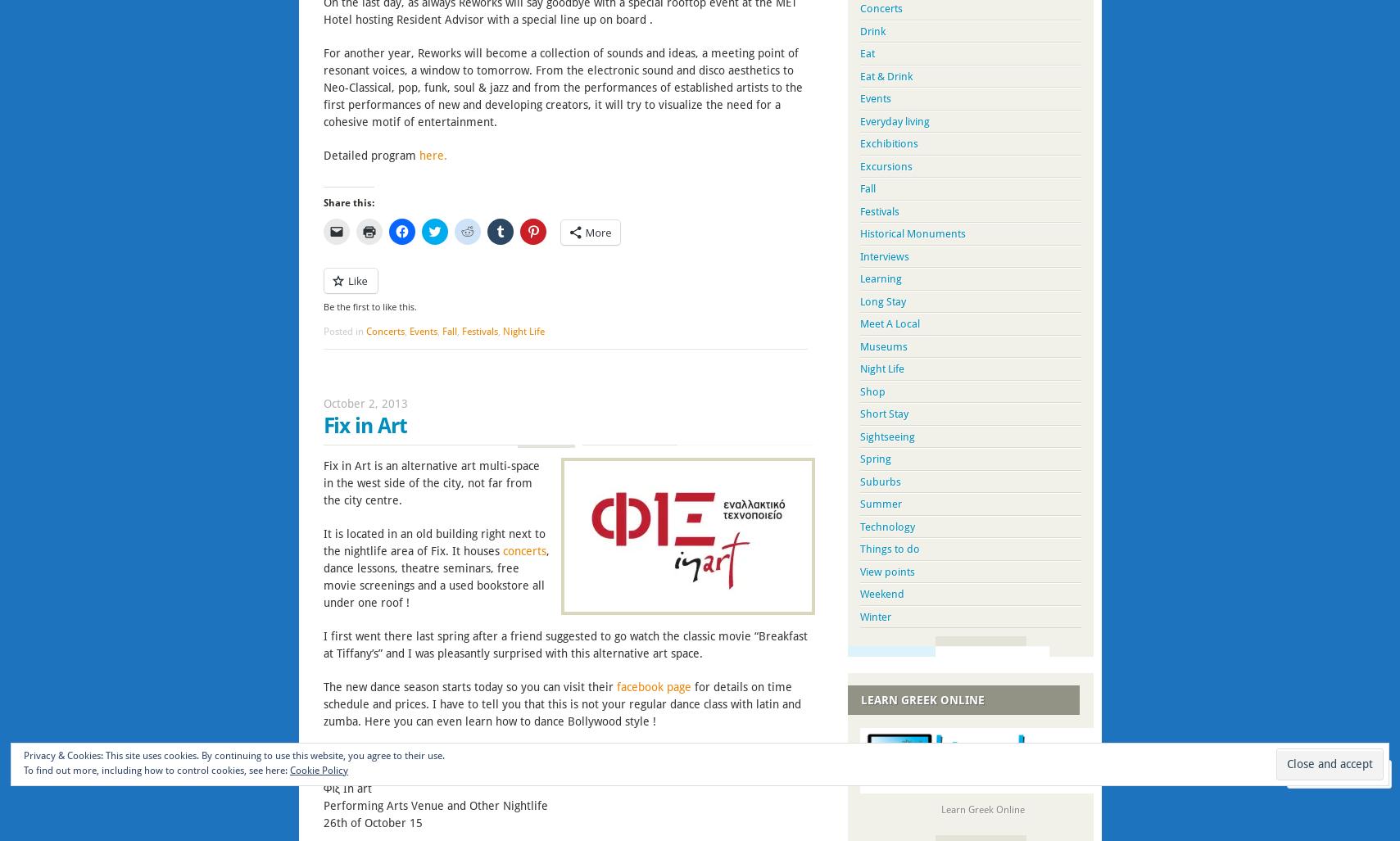  Describe the element at coordinates (561, 85) in the screenshot. I see `'For another year, Reworks will become a collection of sounds and ideas, a meeting point of resonant voices, a window to tomorrow. From the electronic sound and disco aesthetics to Neo-Classical, pop, funk, soul & jazz and from the performances of established artists to the first performances of new and developing creators, it will try to visualize the need for a cohesive motif of entertainment.'` at that location.